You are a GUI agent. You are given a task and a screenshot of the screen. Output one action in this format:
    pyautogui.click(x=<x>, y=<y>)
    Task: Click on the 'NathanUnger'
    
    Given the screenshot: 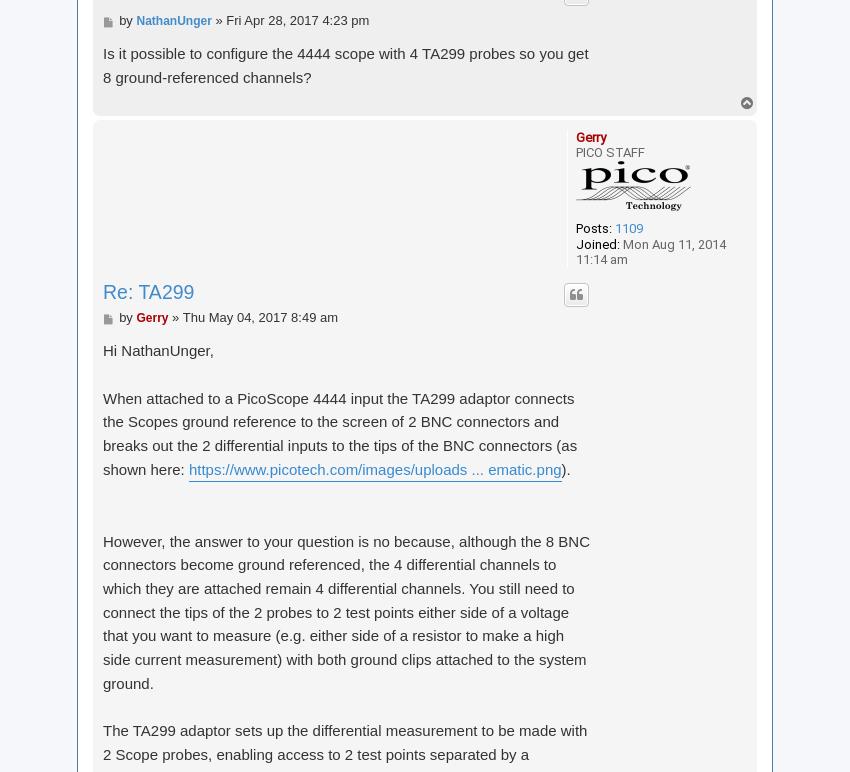 What is the action you would take?
    pyautogui.click(x=136, y=19)
    